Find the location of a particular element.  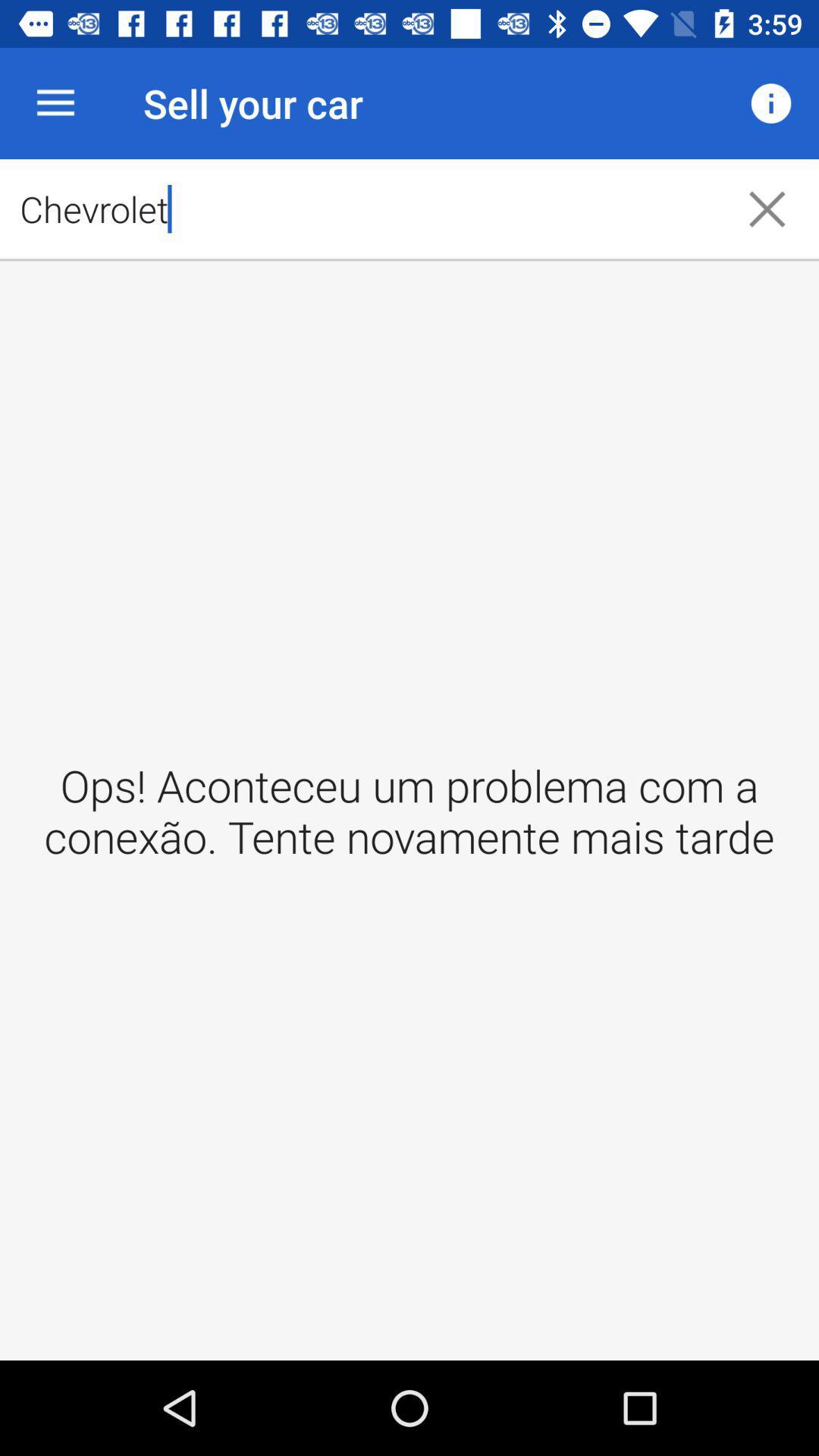

cancel text is located at coordinates (767, 208).